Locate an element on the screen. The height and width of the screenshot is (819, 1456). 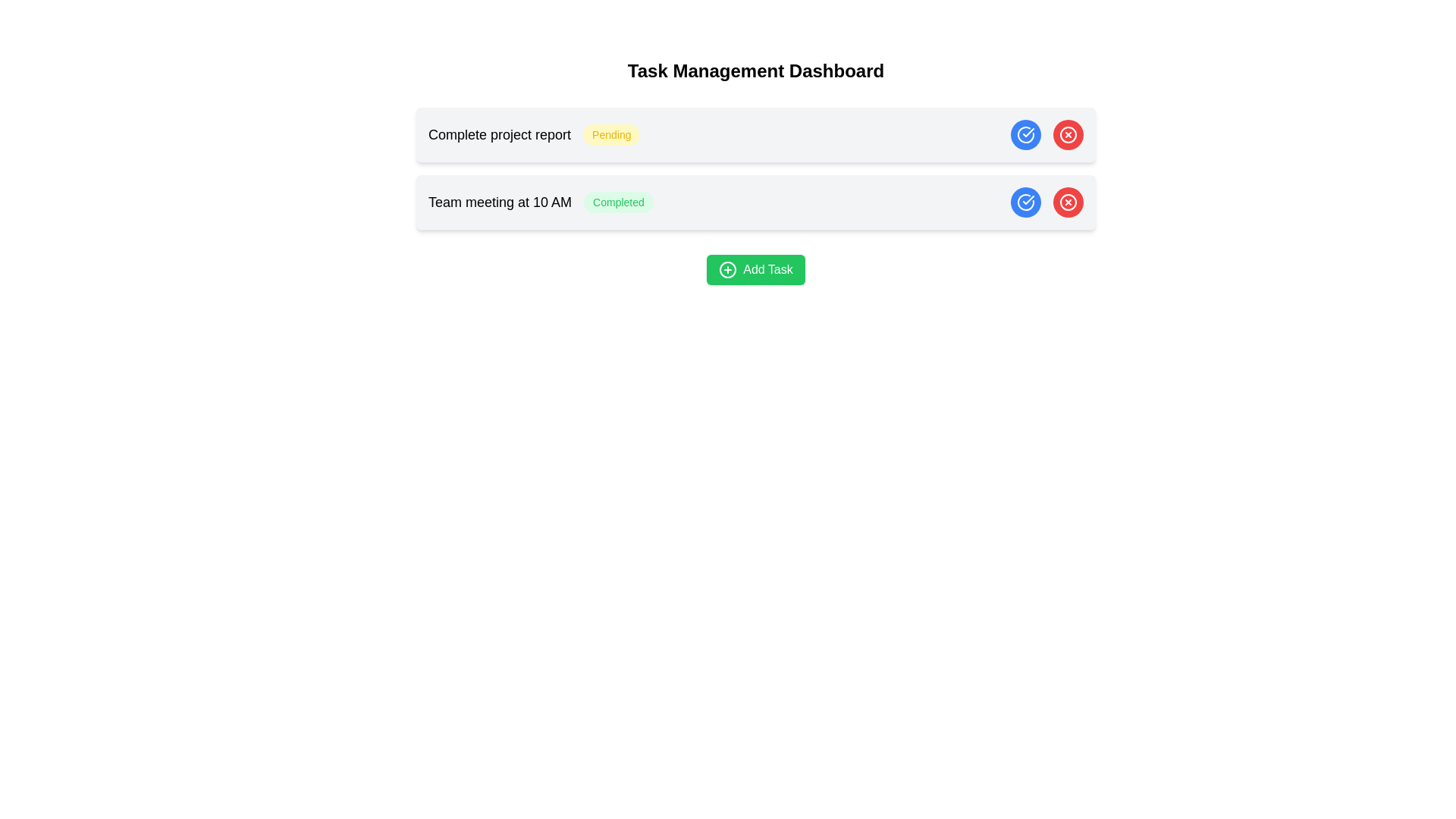
the button that marks the associated task as completed or approved, located in the first task row on the right-hand side is located at coordinates (1026, 133).